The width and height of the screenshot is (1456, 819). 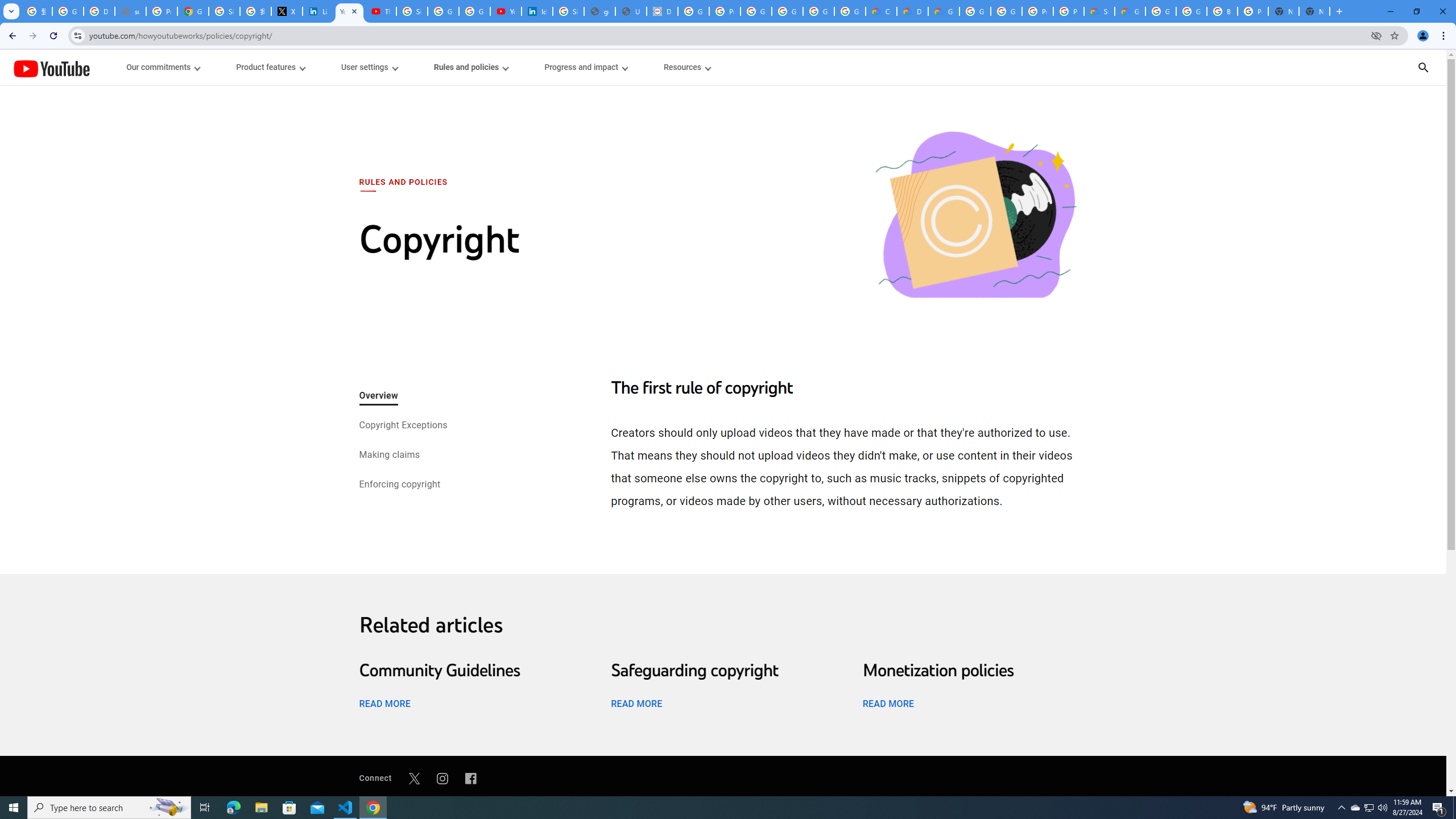 What do you see at coordinates (11, 11) in the screenshot?
I see `'Search tabs'` at bounding box center [11, 11].